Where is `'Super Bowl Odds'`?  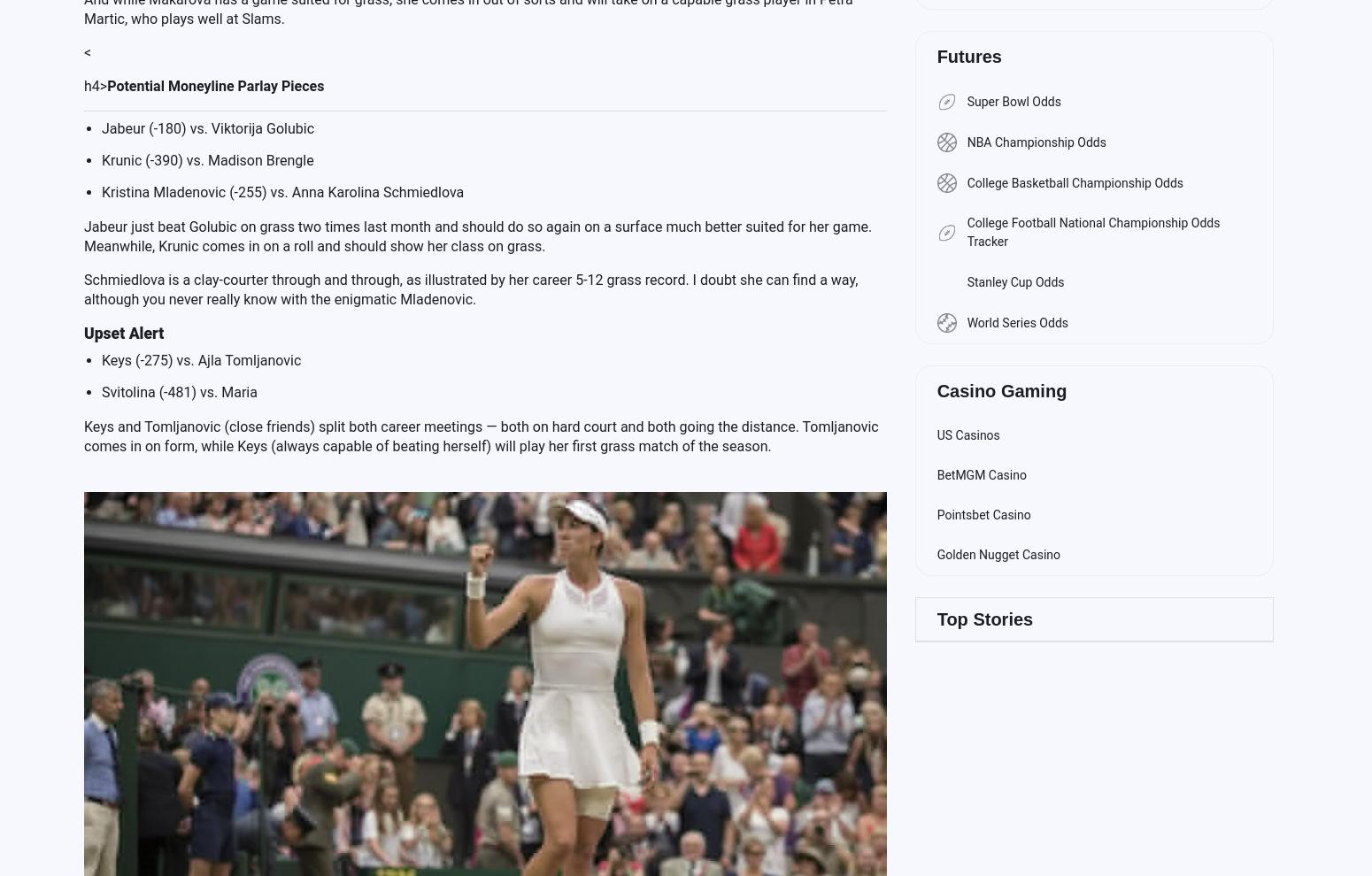 'Super Bowl Odds' is located at coordinates (965, 100).